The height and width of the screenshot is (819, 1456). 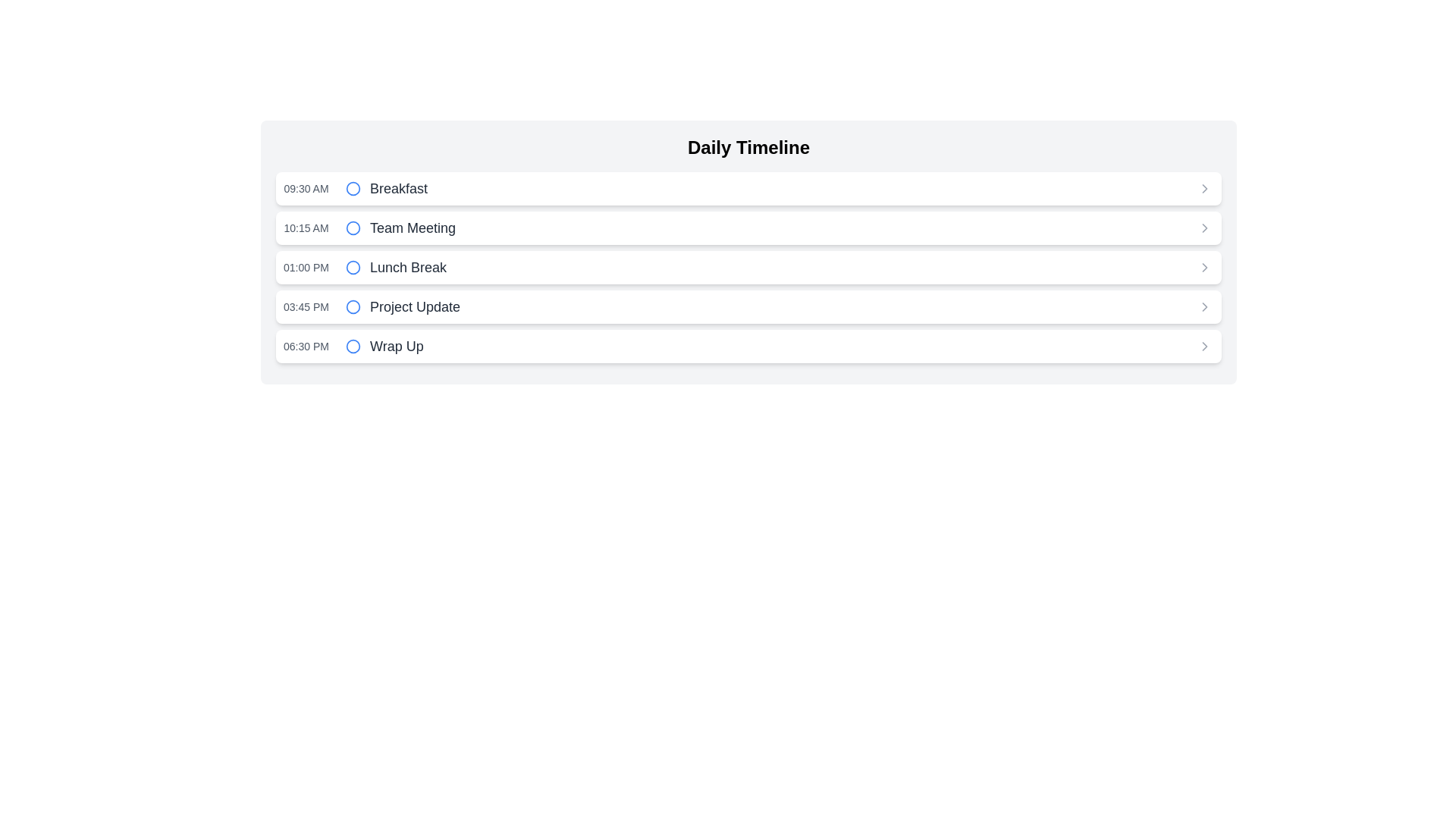 What do you see at coordinates (1203, 346) in the screenshot?
I see `the rightmost chevron icon styled as a right-pointing arrow in the 'Wrap Up' row of the 'Daily Timeline' layout to change its style` at bounding box center [1203, 346].